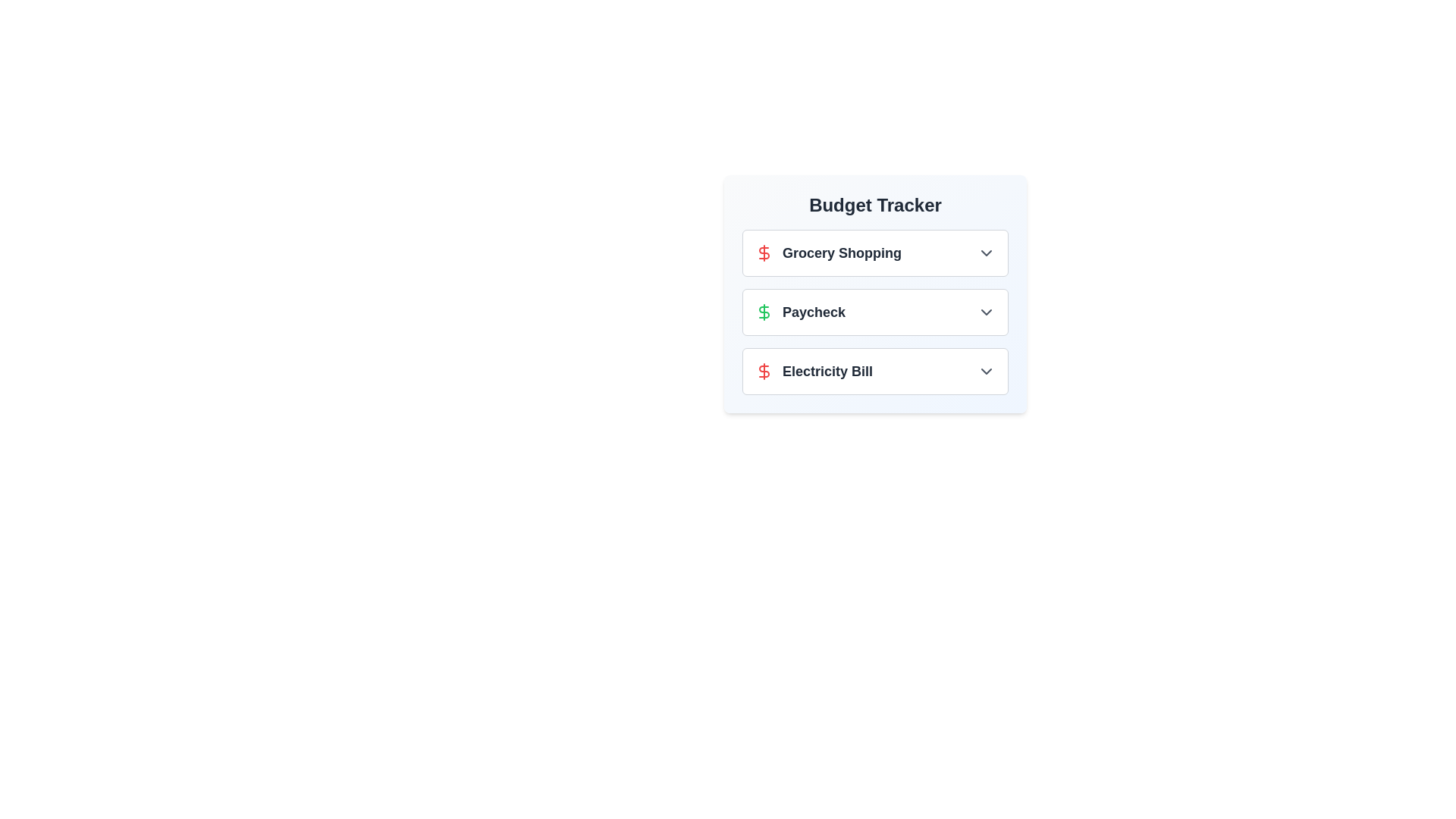 This screenshot has height=819, width=1456. Describe the element at coordinates (764, 312) in the screenshot. I see `the icon representing the transaction type for Paycheck` at that location.